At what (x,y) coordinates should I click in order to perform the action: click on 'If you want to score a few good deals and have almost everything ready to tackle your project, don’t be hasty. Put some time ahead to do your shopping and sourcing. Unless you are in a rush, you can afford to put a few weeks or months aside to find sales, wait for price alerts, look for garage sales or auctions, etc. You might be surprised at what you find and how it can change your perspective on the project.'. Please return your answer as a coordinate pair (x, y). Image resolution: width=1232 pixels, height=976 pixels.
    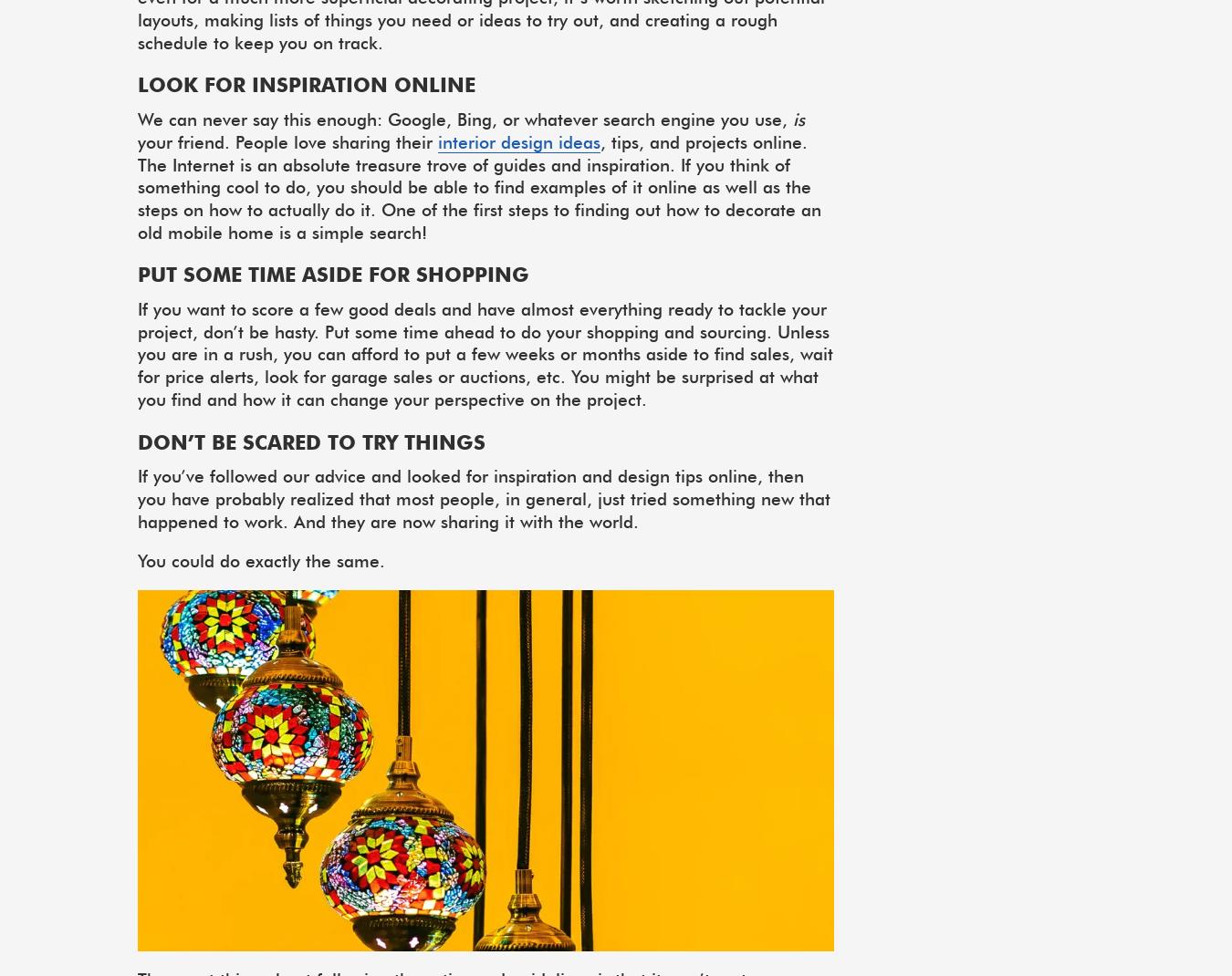
    Looking at the image, I should click on (485, 352).